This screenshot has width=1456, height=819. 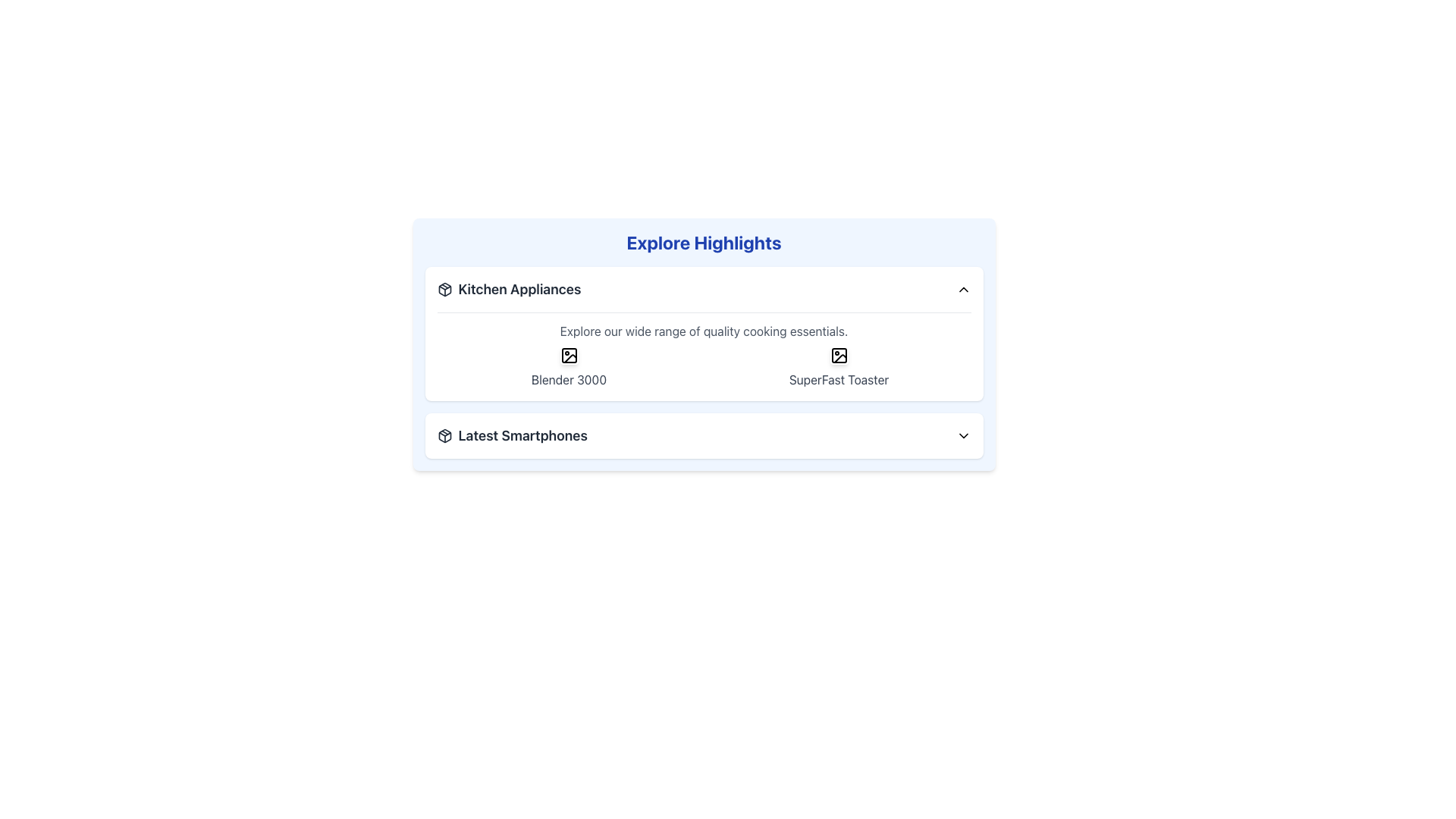 I want to click on the decorative rectangle located in the upper-left region of the 'Blender 3000' product image, which has rounded corners and appears empty or solid color, so click(x=568, y=356).